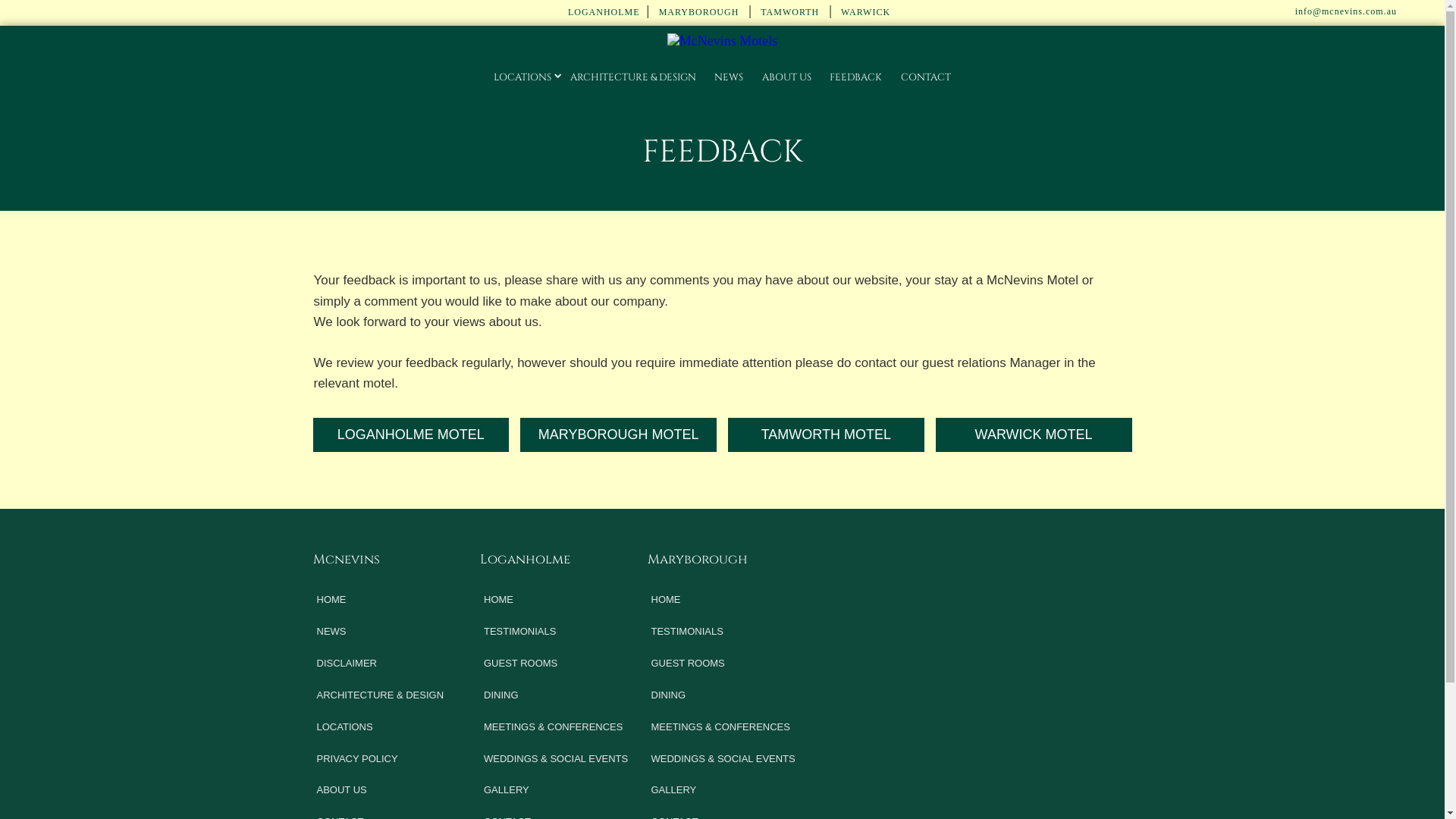 The height and width of the screenshot is (819, 1456). Describe the element at coordinates (312, 435) in the screenshot. I see `'LOGANHOLME MOTEL'` at that location.